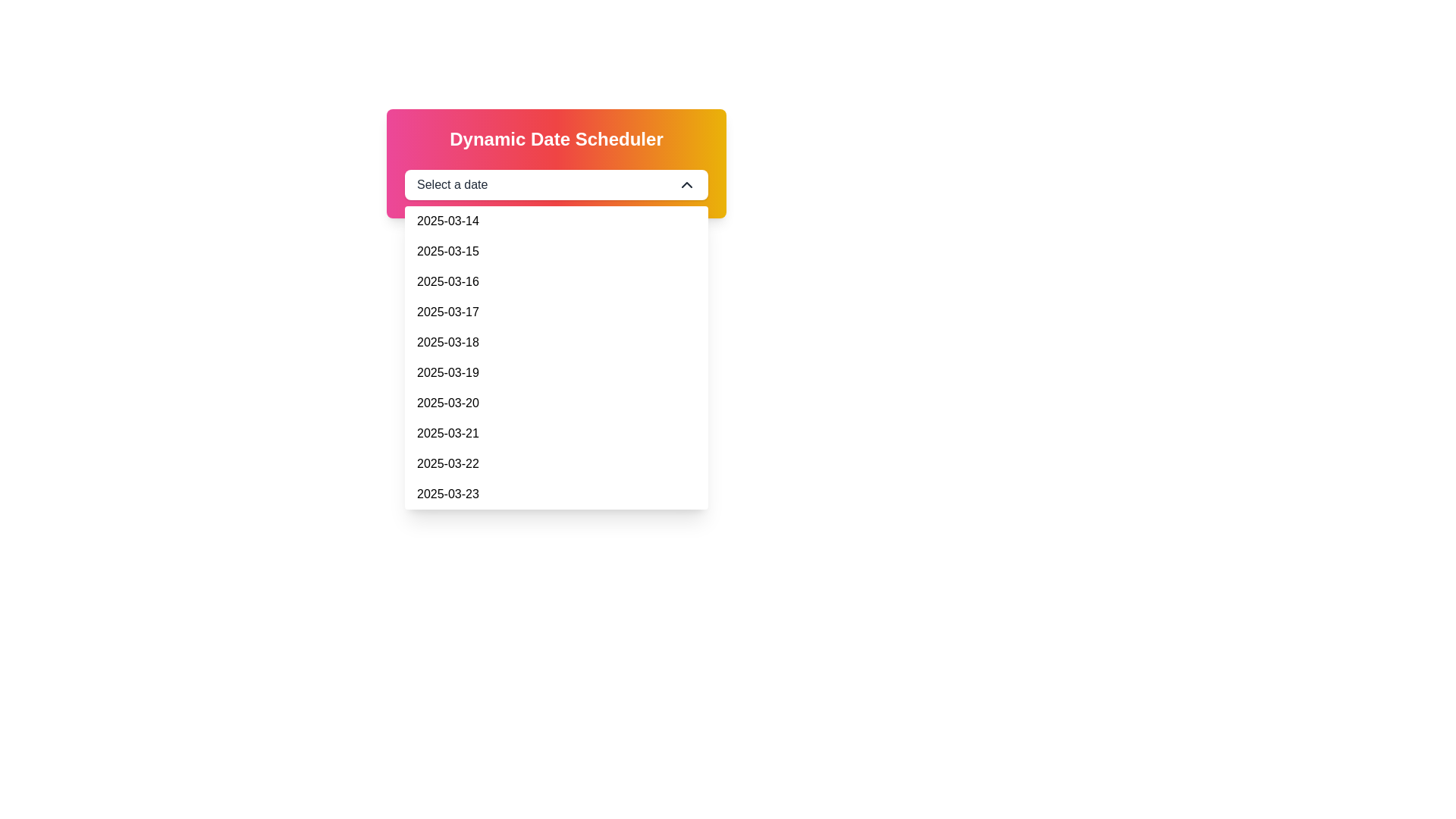 This screenshot has height=819, width=1456. I want to click on the text item displaying the date '2025-03-21' in the dropdown list, so click(447, 433).